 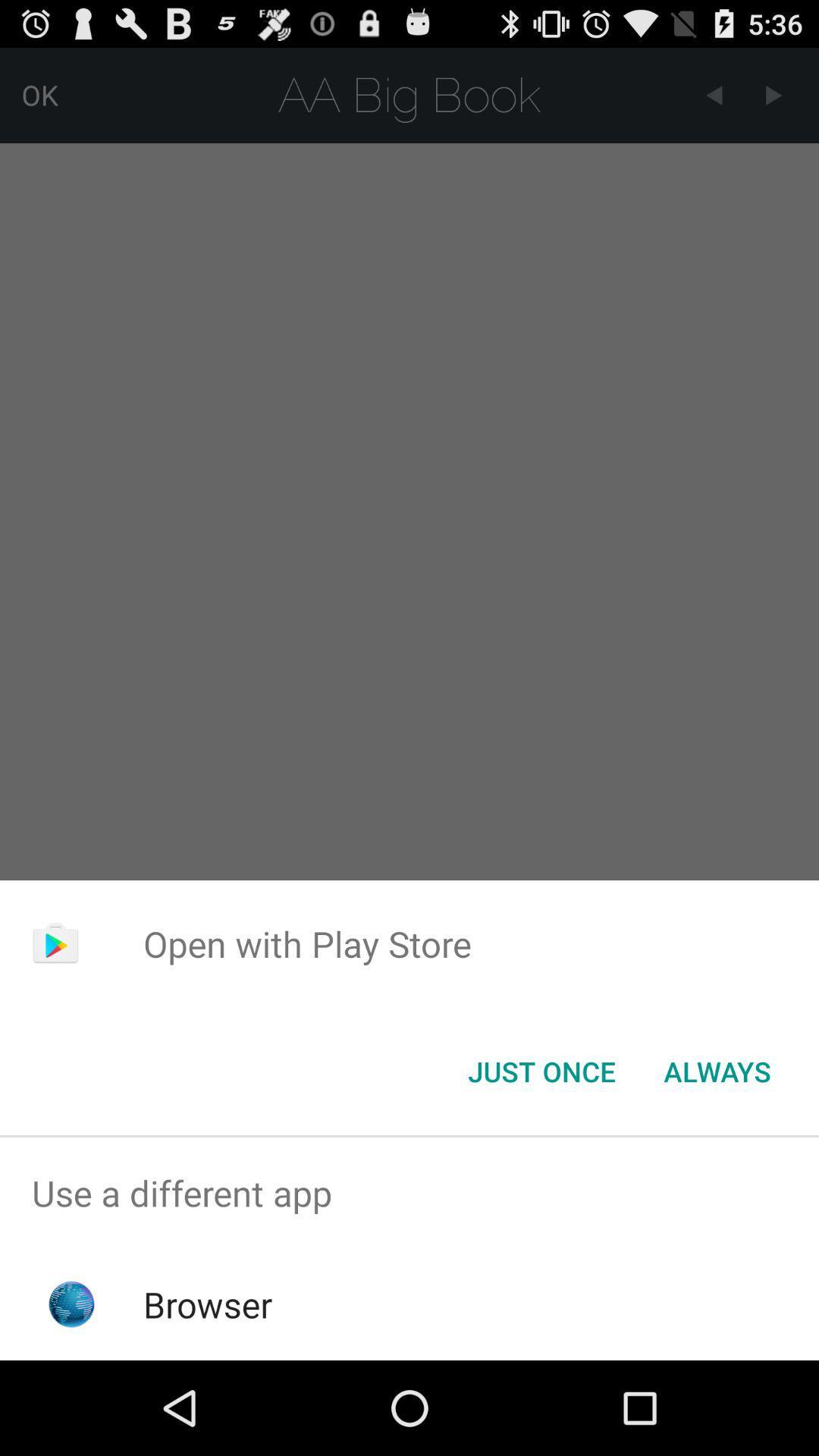 What do you see at coordinates (208, 1304) in the screenshot?
I see `the browser` at bounding box center [208, 1304].